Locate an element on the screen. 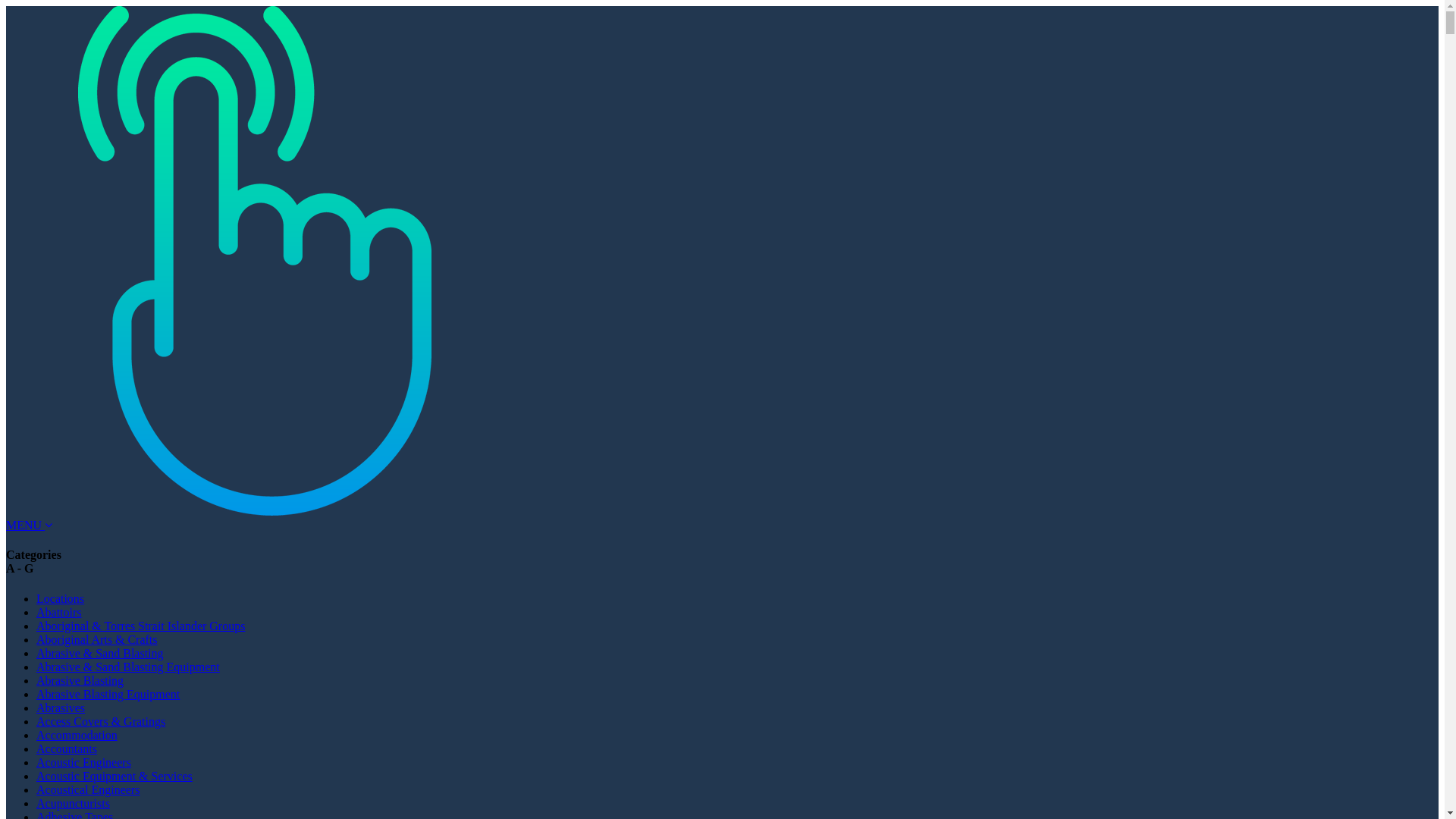 This screenshot has height=819, width=1456. 'Access Covers & Gratings' is located at coordinates (36, 720).